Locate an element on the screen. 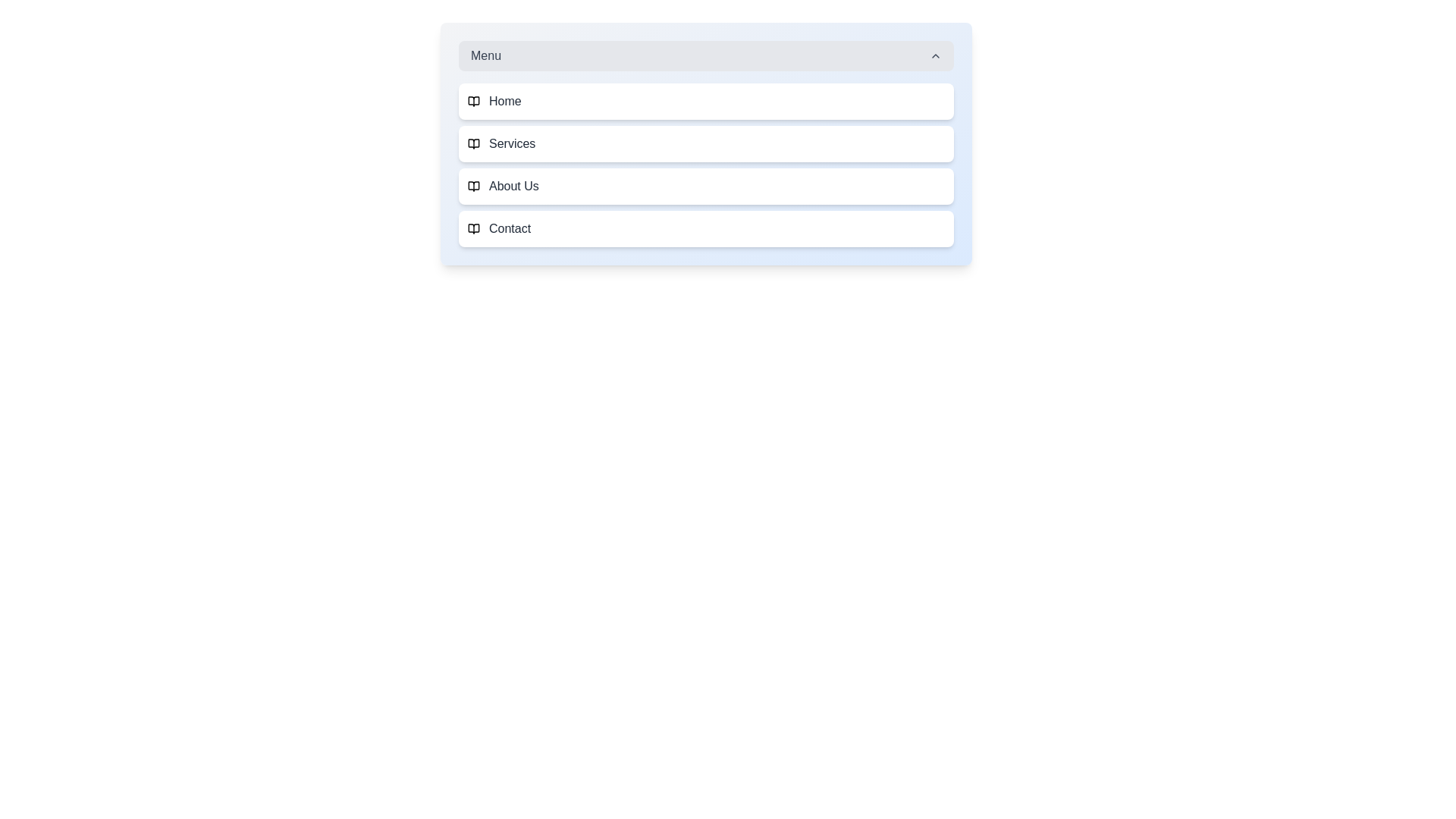  the Text Label in the third row of the vertical menu list that redirects to the 'About Us' page is located at coordinates (513, 186).